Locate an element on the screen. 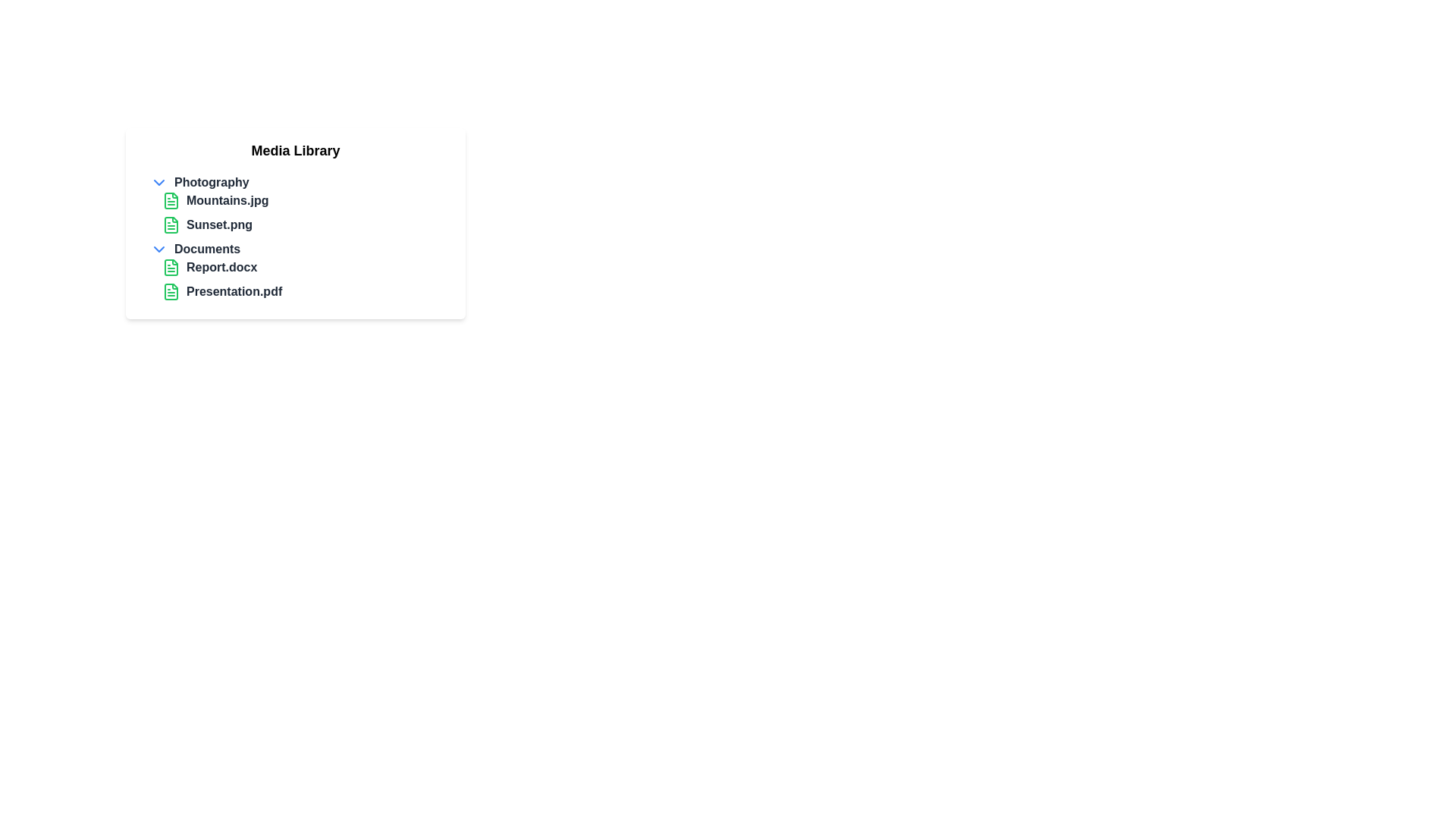 The height and width of the screenshot is (819, 1456). the document icon with a green outline located in the Media Library section, positioned to the left of the 'Documents' text is located at coordinates (171, 292).